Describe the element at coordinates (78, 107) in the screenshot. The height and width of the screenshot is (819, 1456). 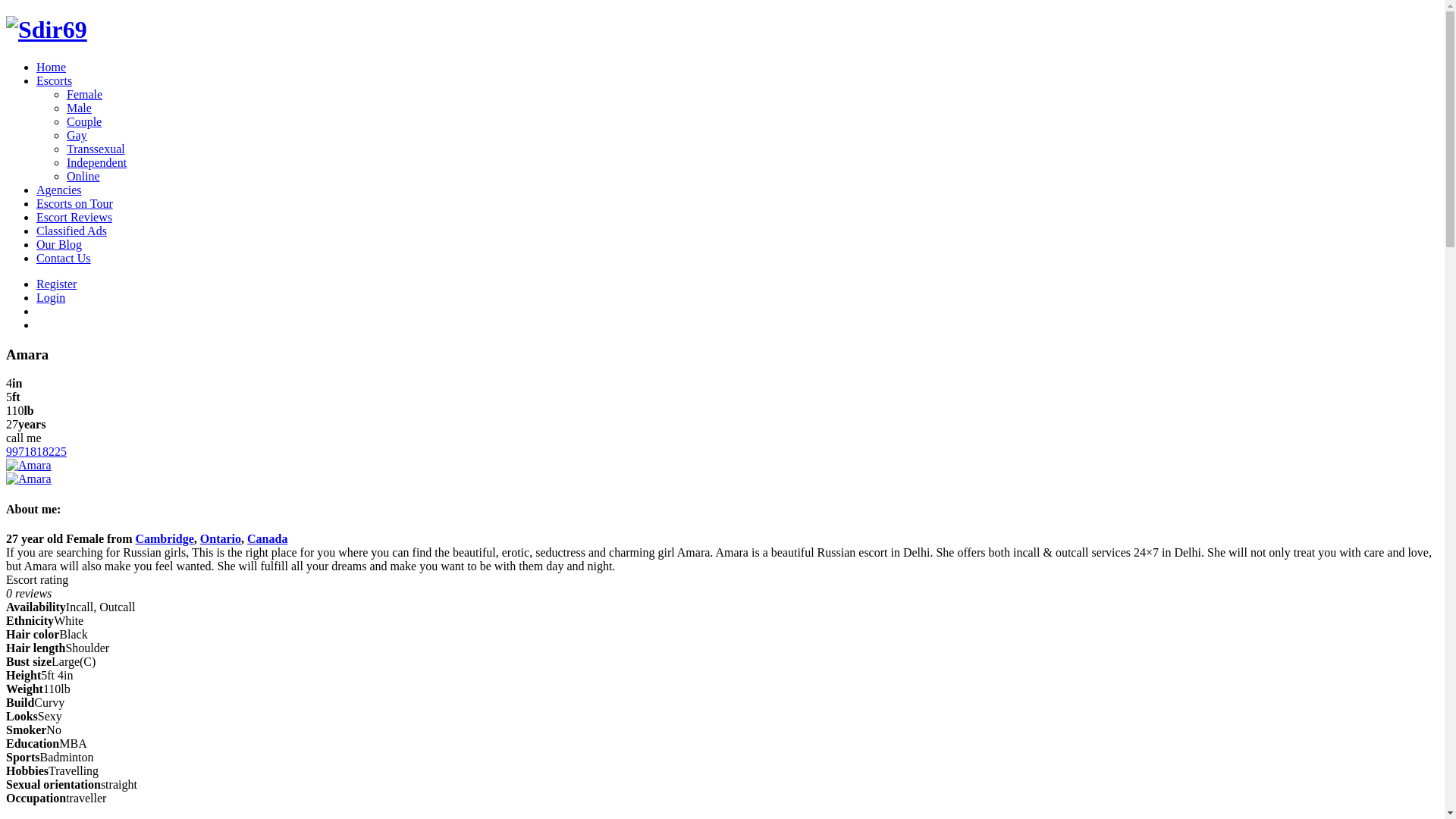
I see `'Male'` at that location.